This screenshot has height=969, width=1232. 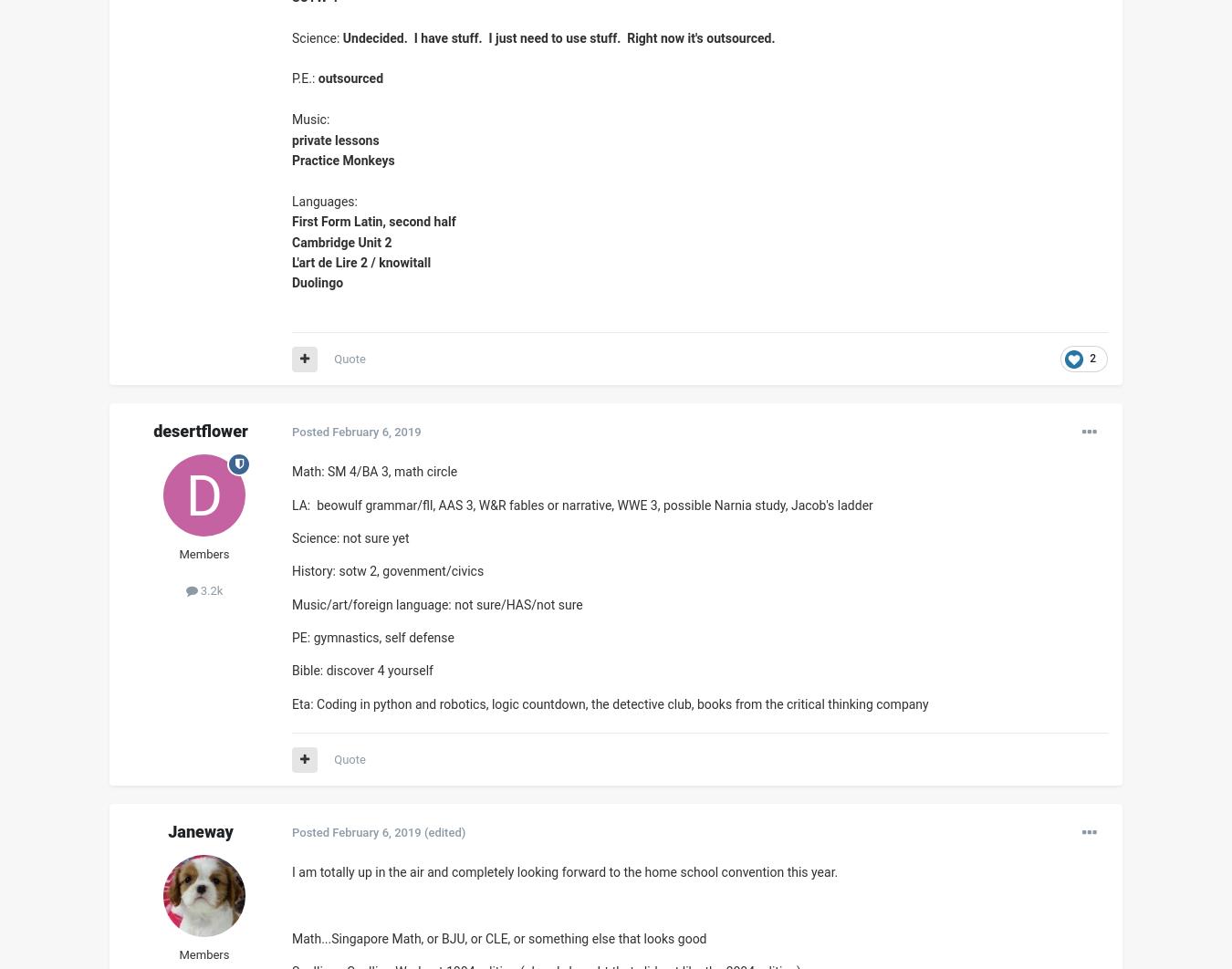 I want to click on 'Practice Monkeys', so click(x=290, y=160).